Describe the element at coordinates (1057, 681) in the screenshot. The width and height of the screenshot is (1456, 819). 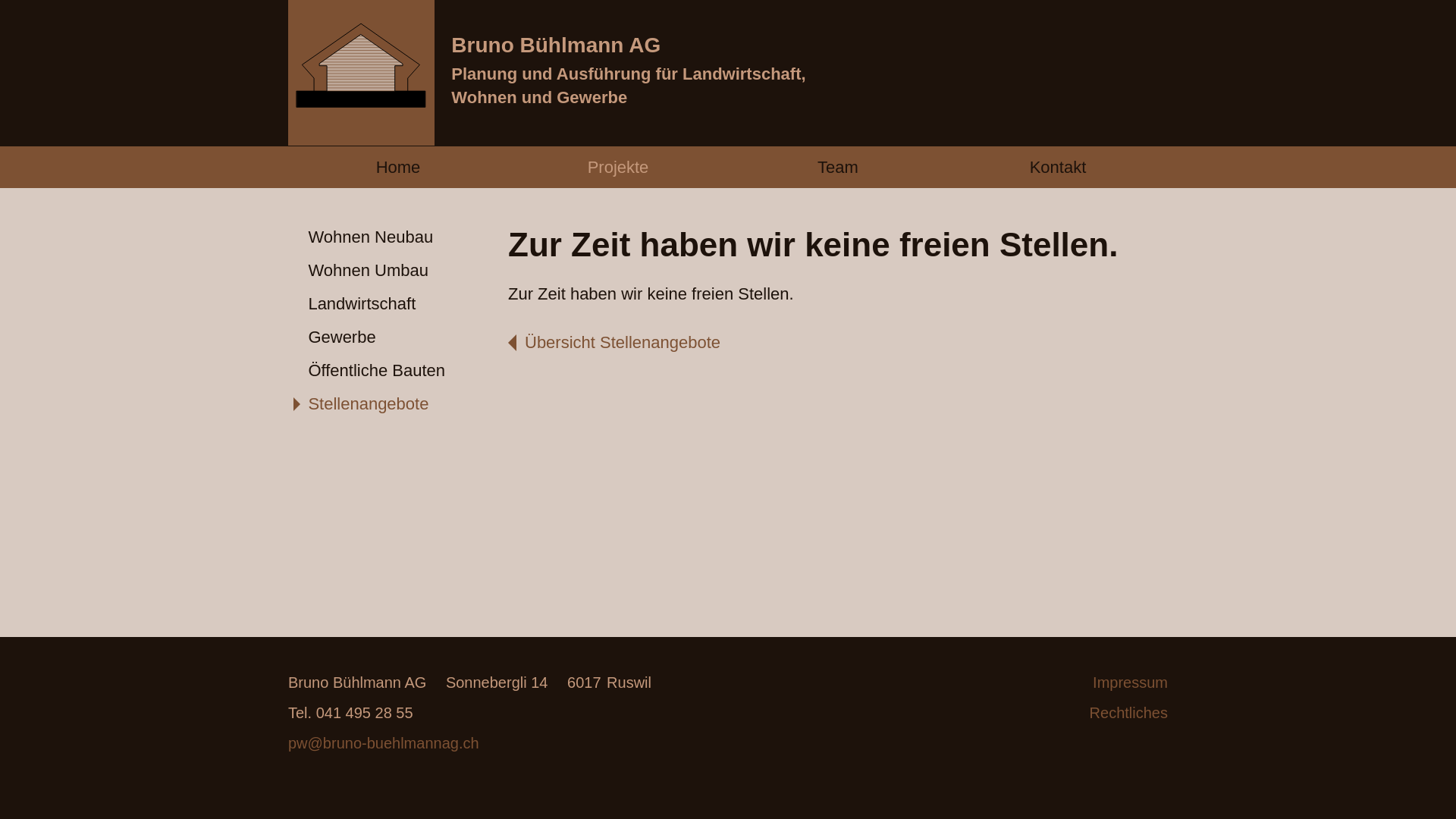
I see `'Impressum'` at that location.